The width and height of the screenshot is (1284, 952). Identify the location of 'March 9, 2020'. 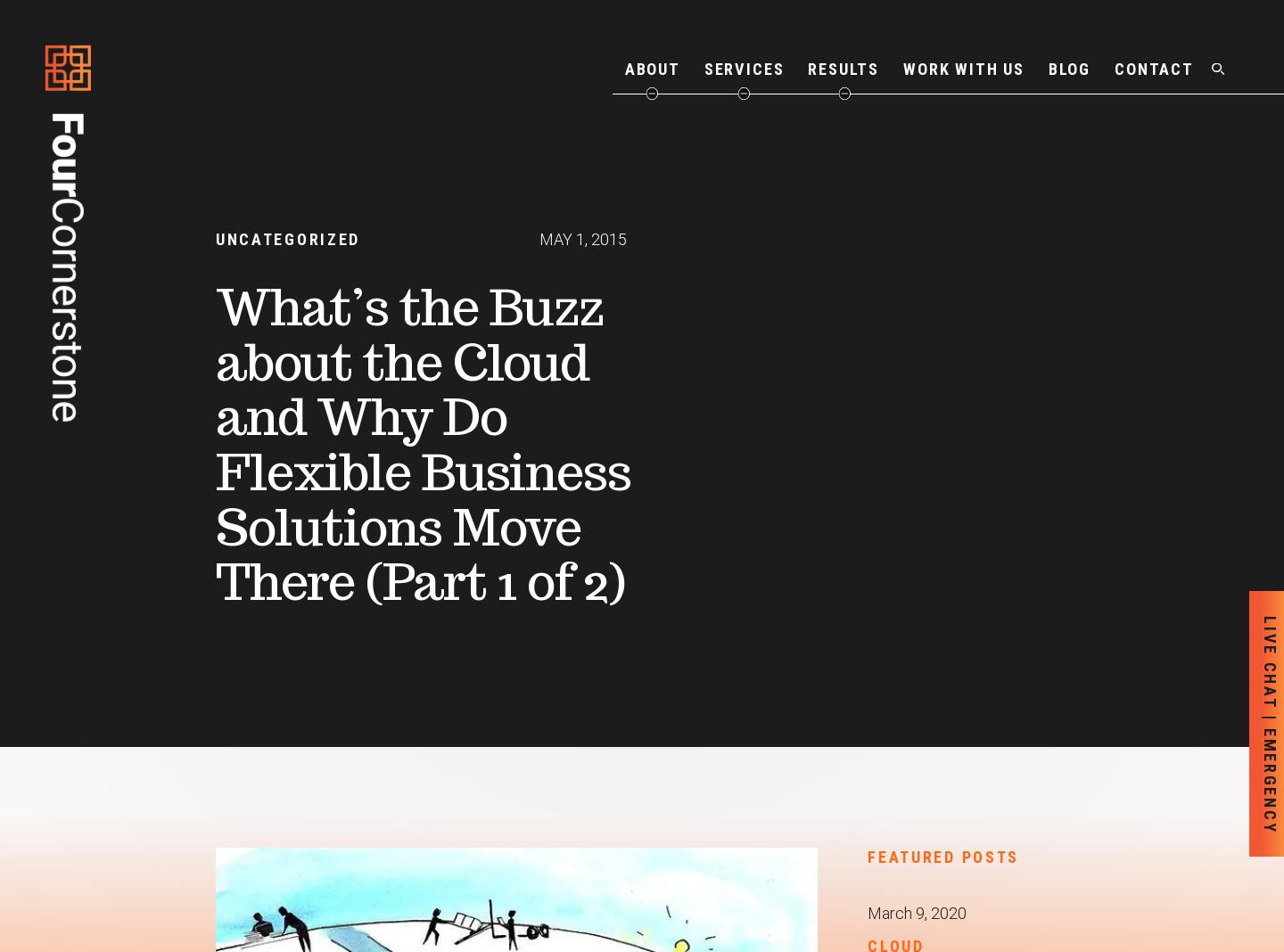
(917, 913).